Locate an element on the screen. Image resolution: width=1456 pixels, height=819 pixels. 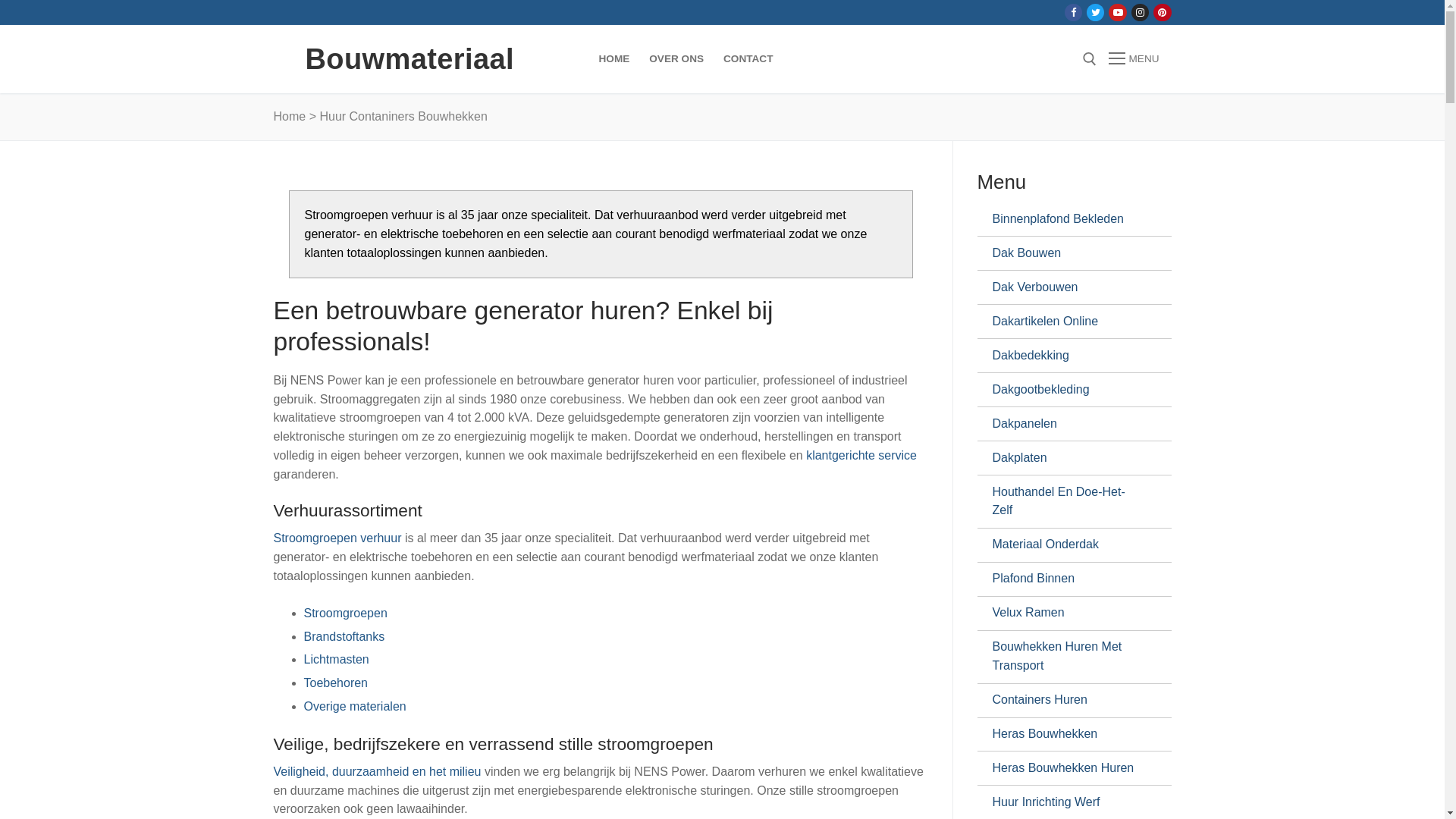
'Dakartikelen Online' is located at coordinates (1066, 321).